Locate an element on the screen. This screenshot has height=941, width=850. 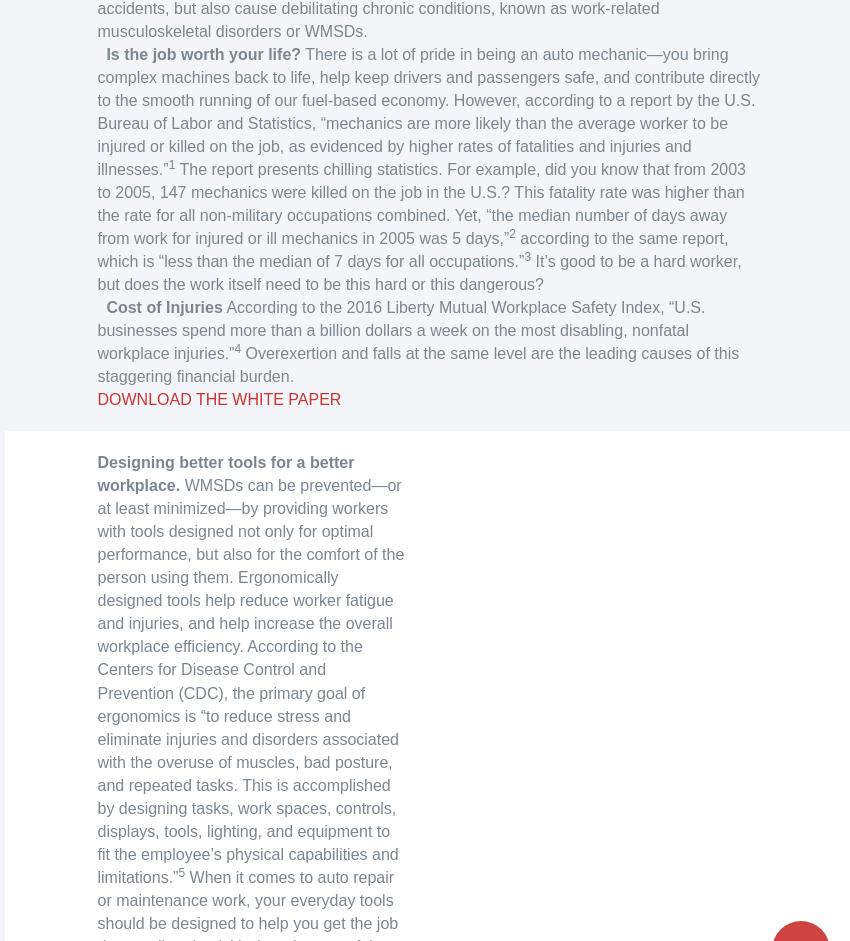
'according to the same report, which is “less than the median of 7 days for all occupations.”' is located at coordinates (412, 247).